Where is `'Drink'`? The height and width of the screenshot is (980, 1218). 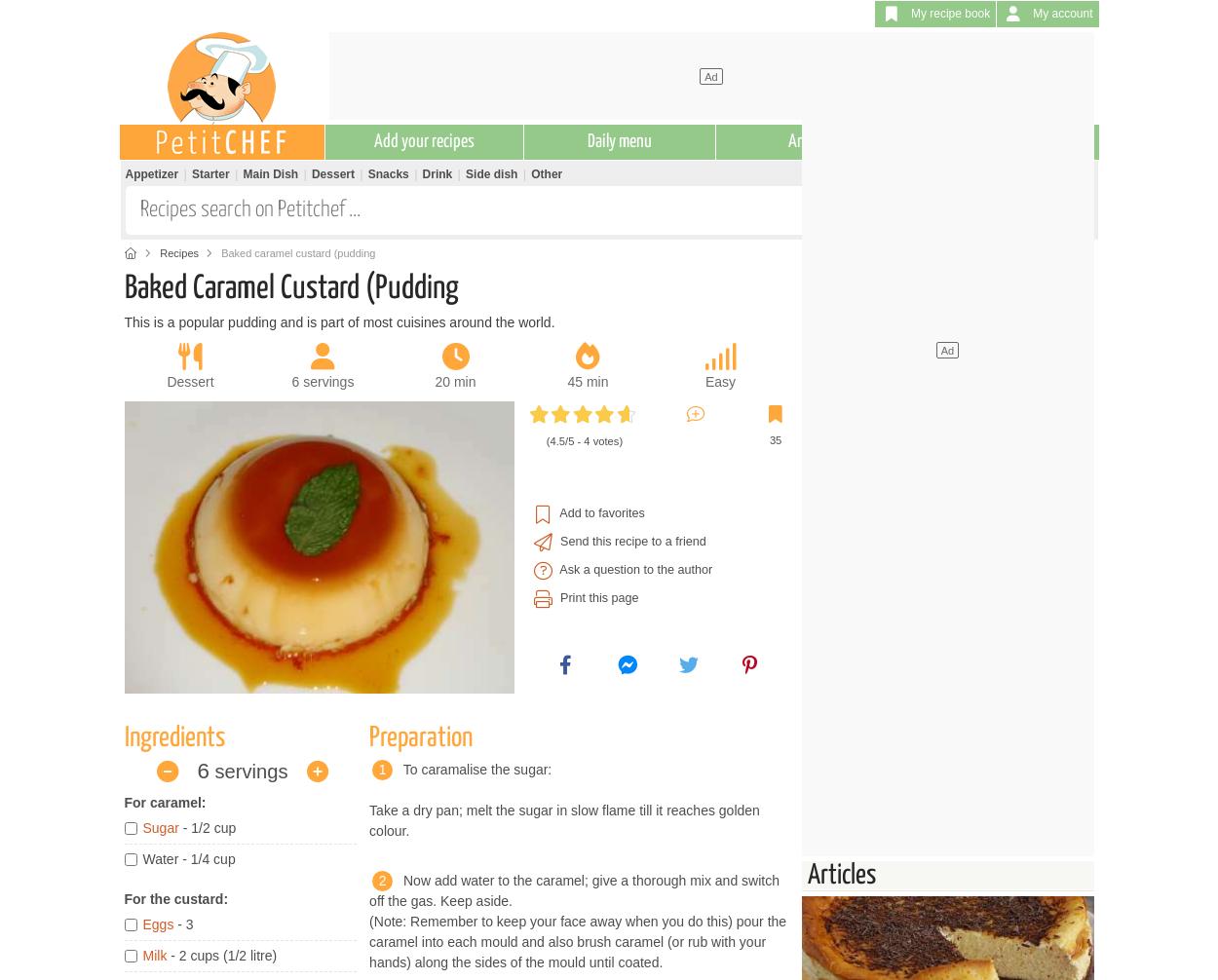
'Drink' is located at coordinates (436, 173).